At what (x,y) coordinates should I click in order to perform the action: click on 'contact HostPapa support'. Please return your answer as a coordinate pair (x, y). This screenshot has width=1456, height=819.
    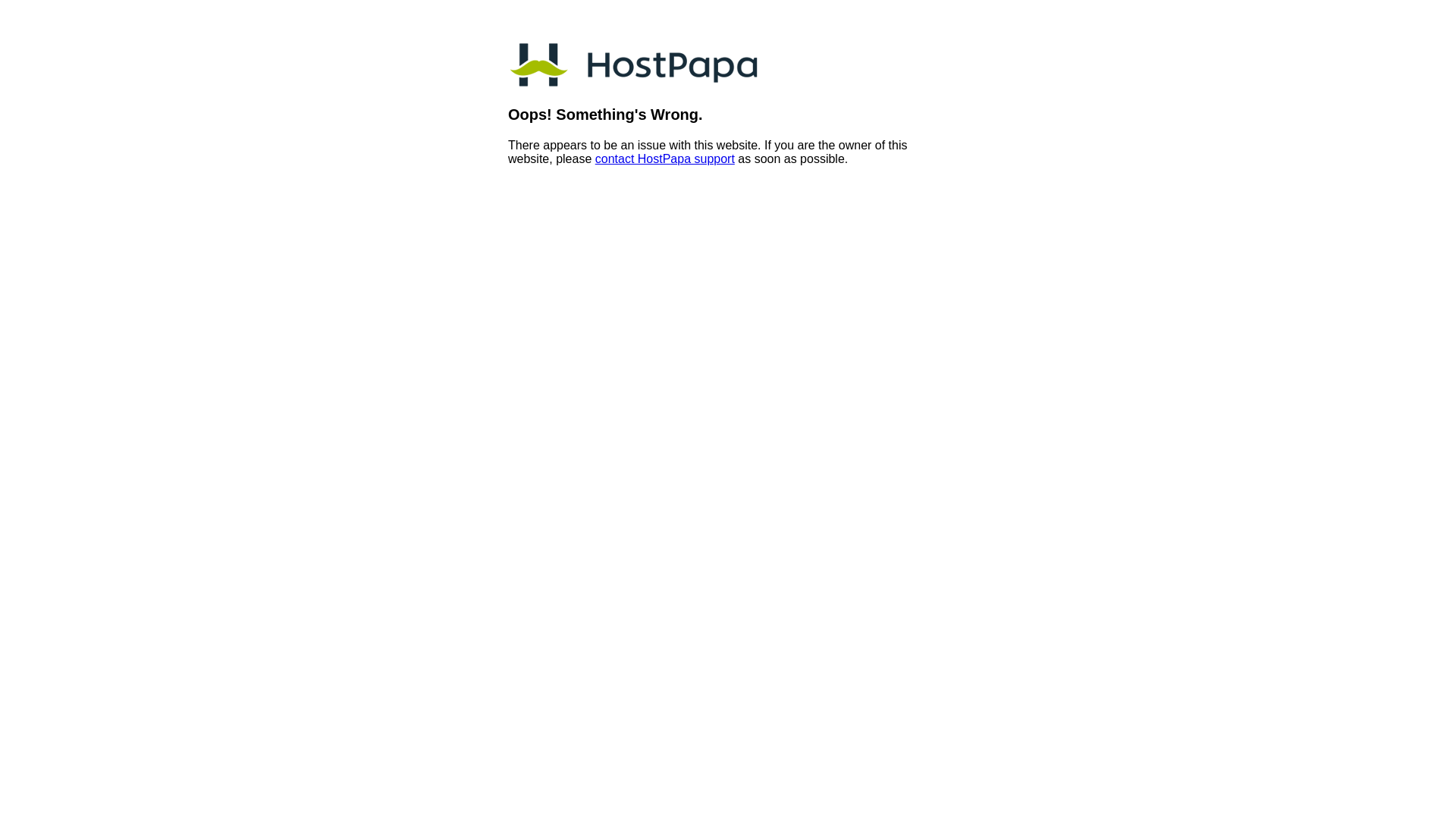
    Looking at the image, I should click on (595, 158).